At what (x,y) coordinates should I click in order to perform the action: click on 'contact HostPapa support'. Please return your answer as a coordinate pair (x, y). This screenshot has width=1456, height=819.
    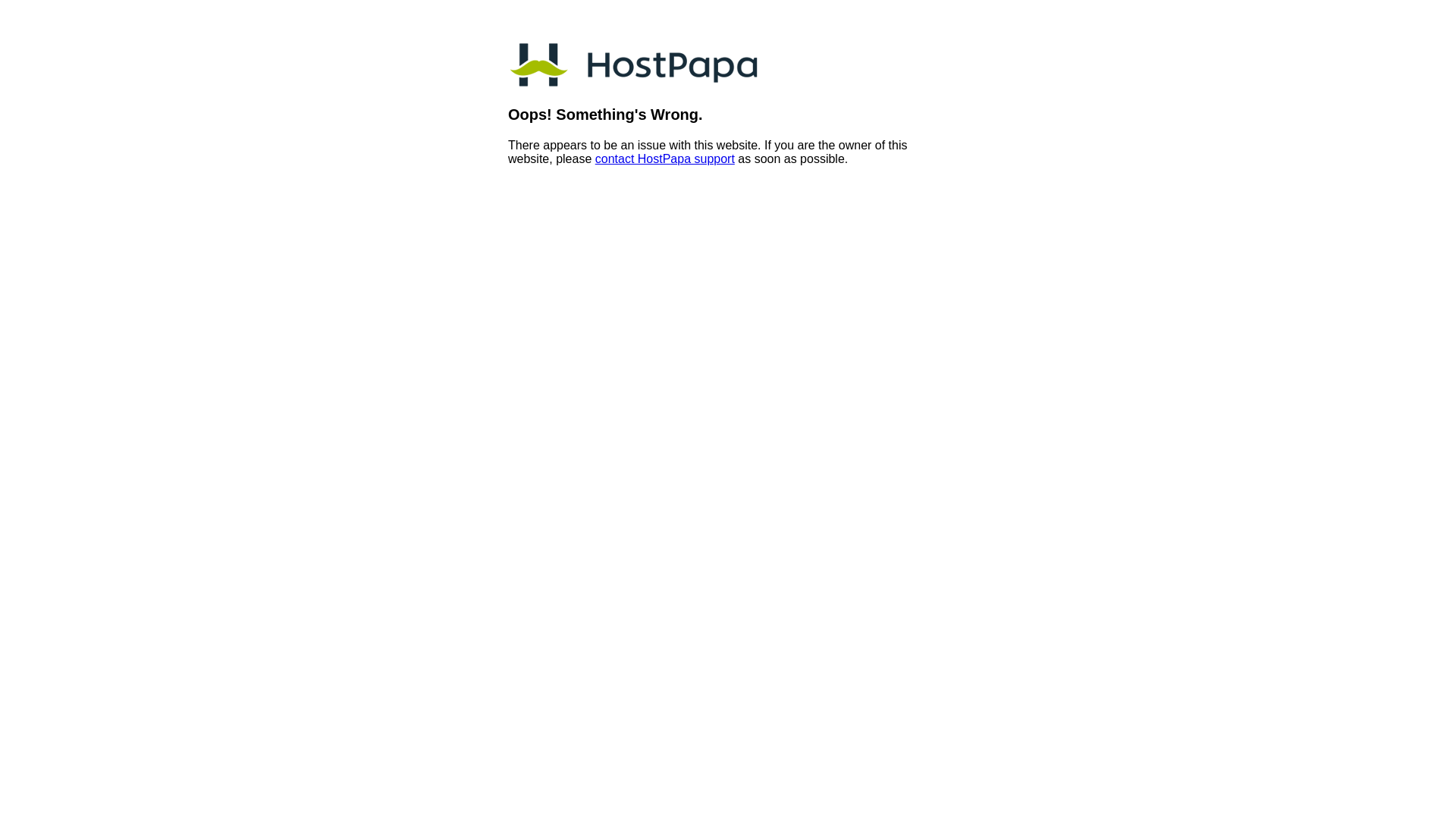
    Looking at the image, I should click on (595, 158).